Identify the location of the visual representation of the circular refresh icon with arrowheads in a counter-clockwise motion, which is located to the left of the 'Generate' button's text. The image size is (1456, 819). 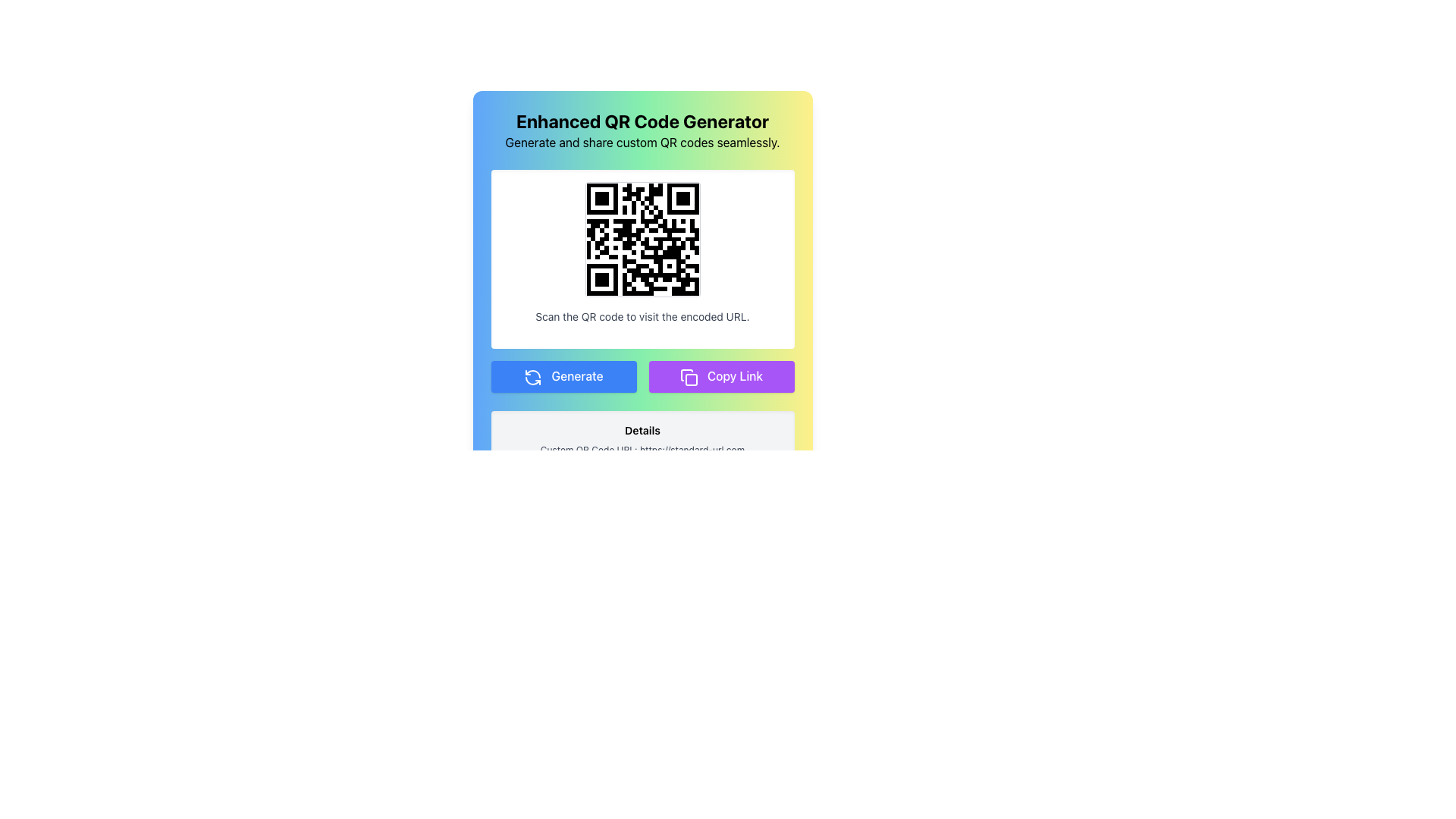
(533, 376).